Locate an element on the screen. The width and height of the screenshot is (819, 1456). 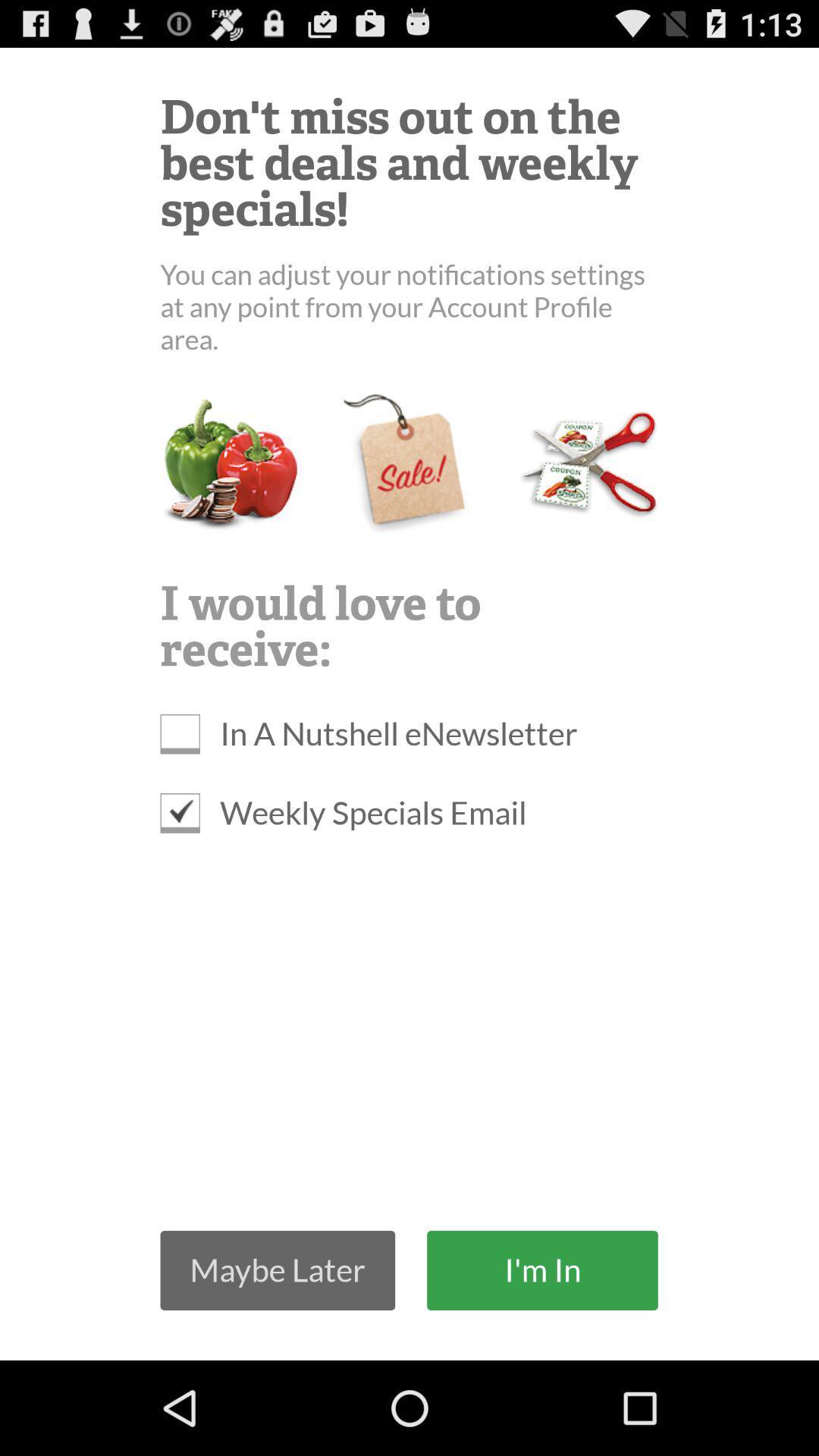
the button to the left of i'm in item is located at coordinates (278, 1270).